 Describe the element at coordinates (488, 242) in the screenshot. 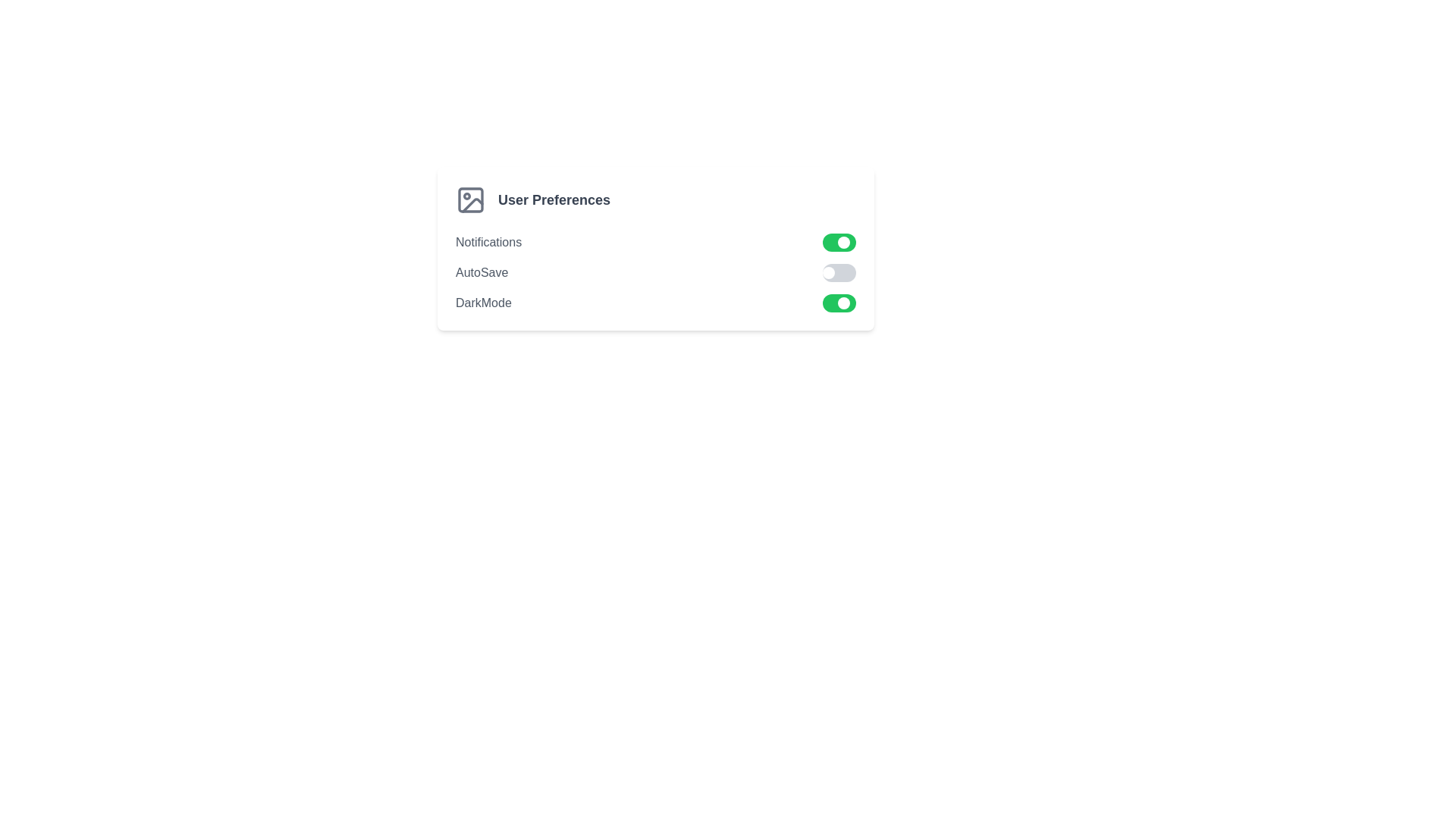

I see `text of the 'Notifications' text label, which is styled in lowercase, gray-colored font and positioned at the top of the settings list` at that location.